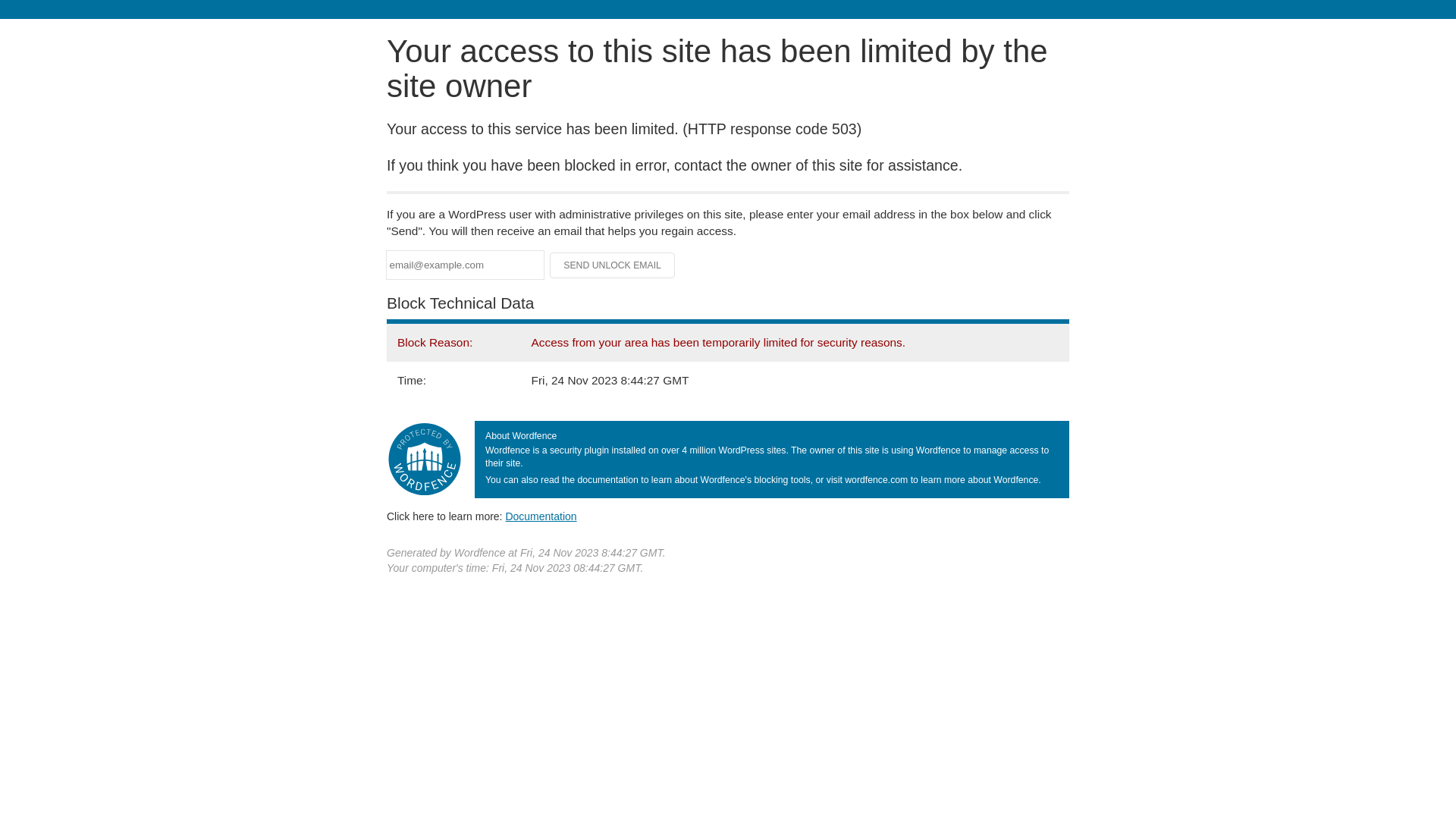  Describe the element at coordinates (541, 516) in the screenshot. I see `'Documentation'` at that location.